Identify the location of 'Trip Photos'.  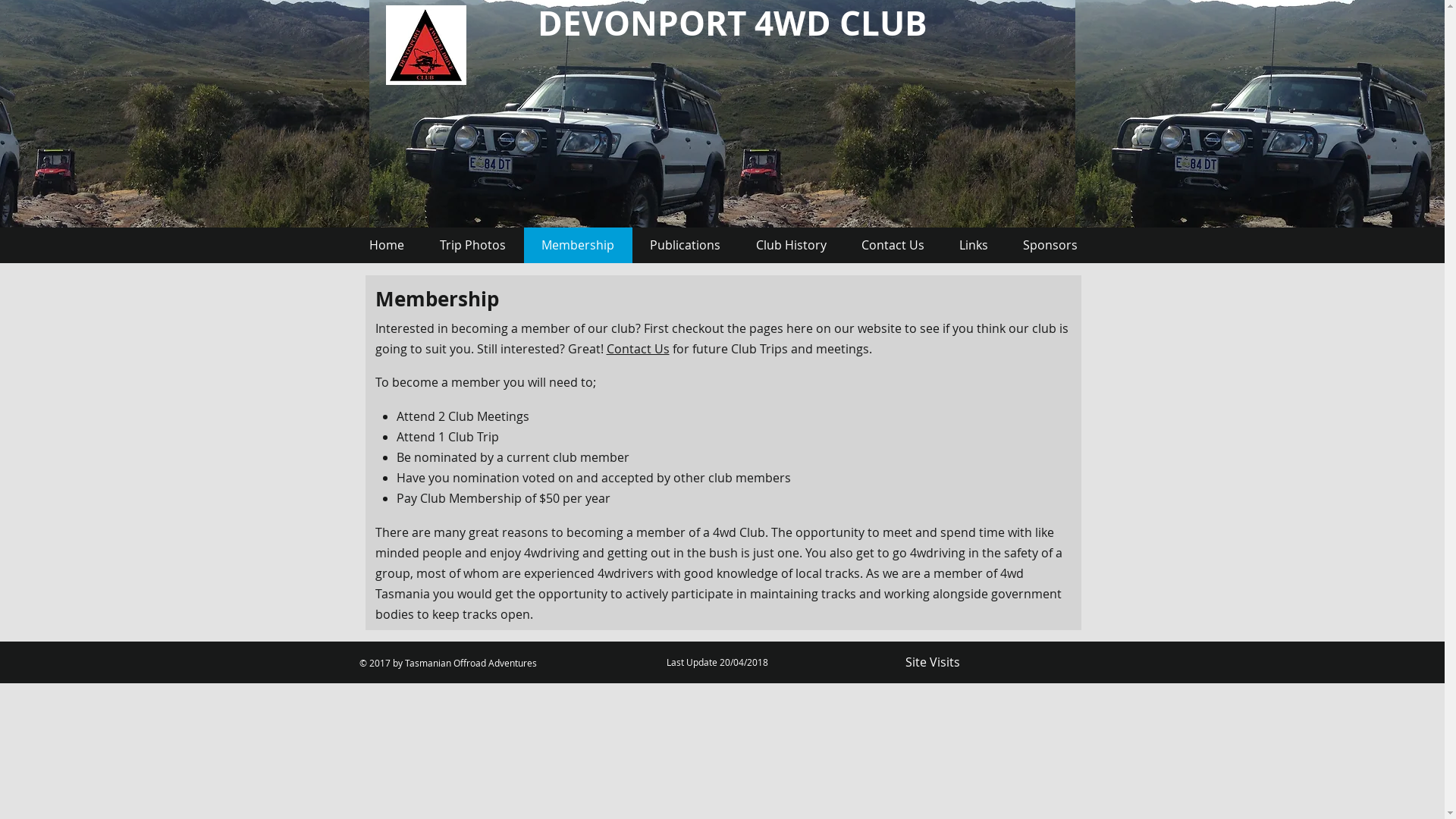
(472, 244).